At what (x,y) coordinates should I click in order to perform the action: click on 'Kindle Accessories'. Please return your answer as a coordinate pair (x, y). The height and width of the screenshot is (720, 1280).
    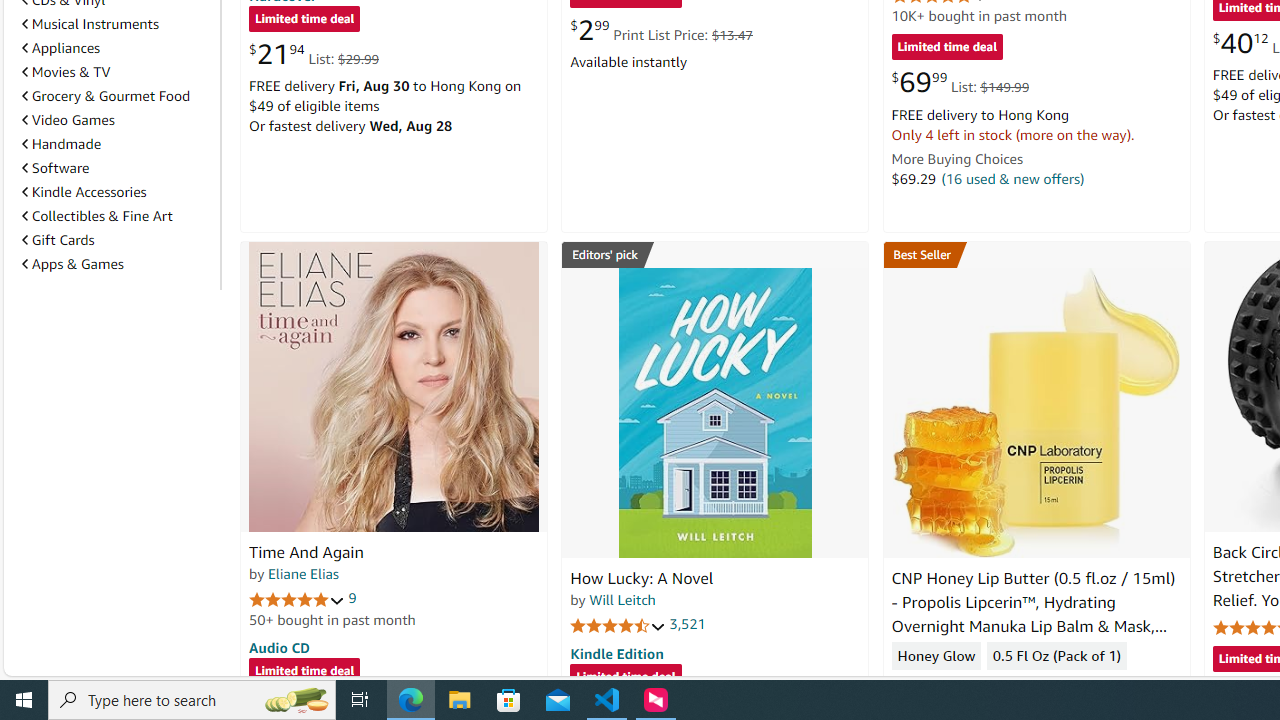
    Looking at the image, I should click on (116, 192).